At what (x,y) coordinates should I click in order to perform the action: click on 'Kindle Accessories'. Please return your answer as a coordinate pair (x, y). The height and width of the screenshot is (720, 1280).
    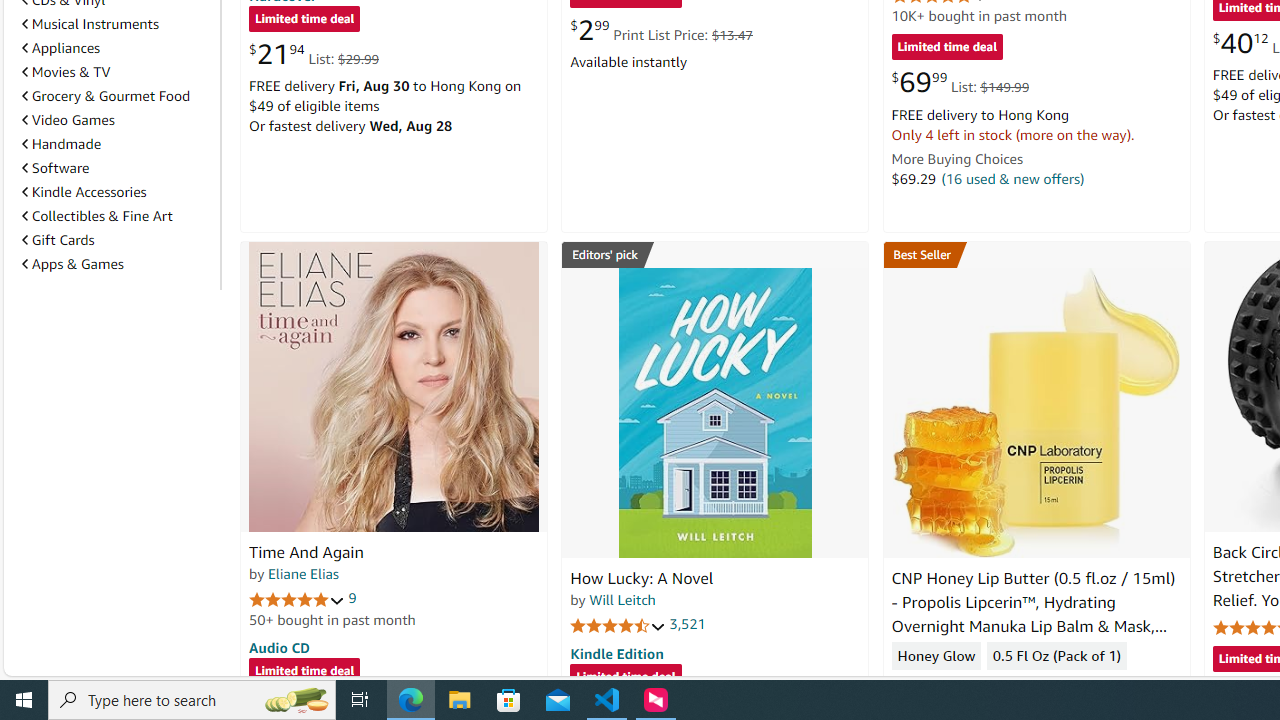
    Looking at the image, I should click on (116, 192).